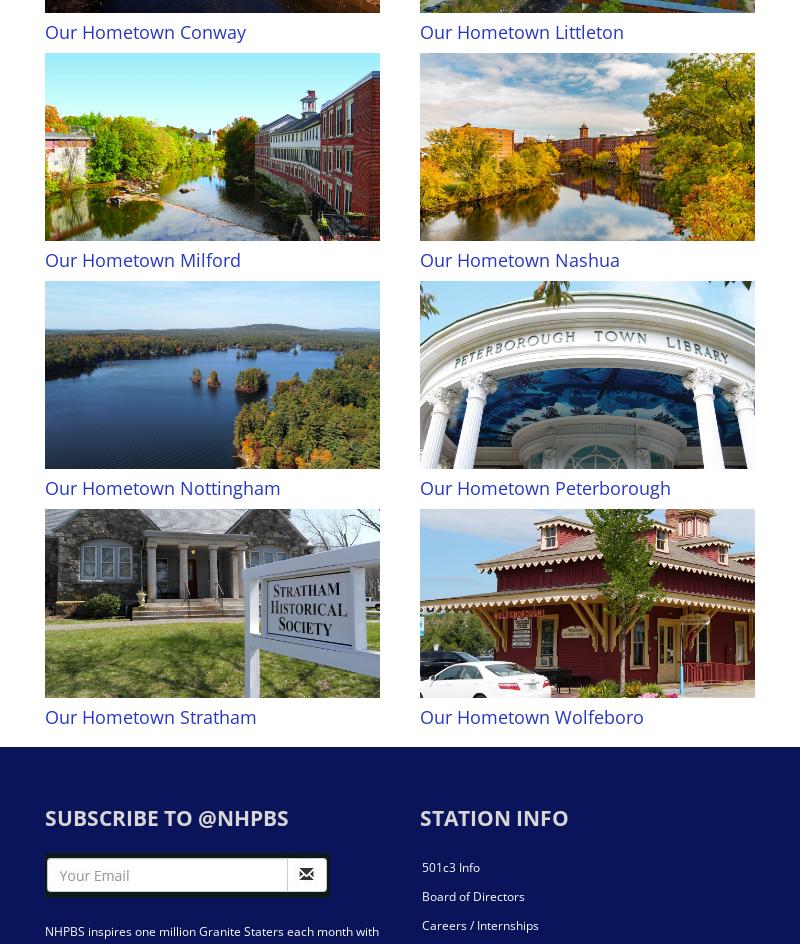 This screenshot has width=800, height=944. Describe the element at coordinates (420, 716) in the screenshot. I see `'Our Hometown Wolfeboro'` at that location.